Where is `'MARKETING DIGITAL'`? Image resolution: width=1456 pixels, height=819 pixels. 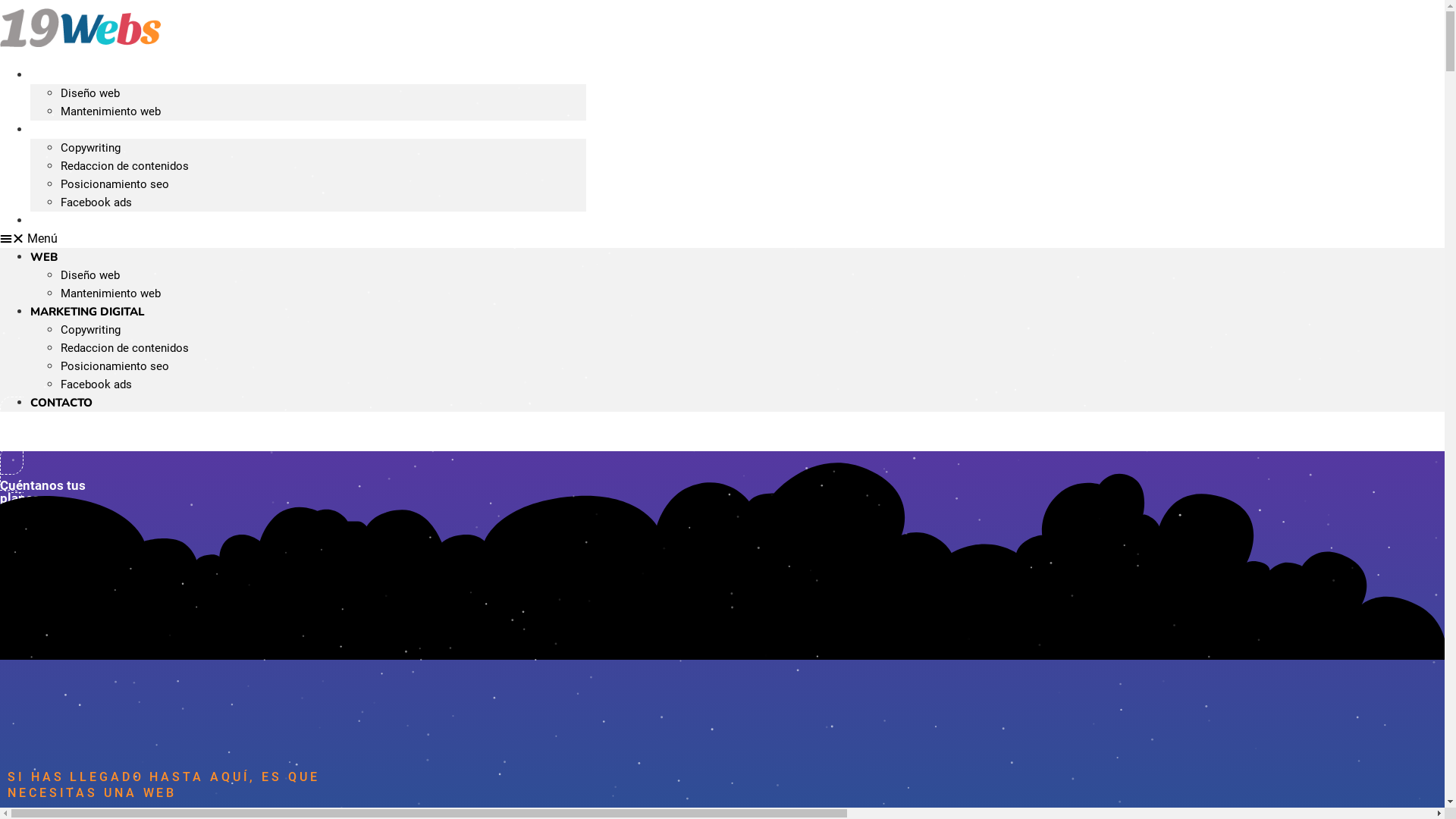 'MARKETING DIGITAL' is located at coordinates (86, 311).